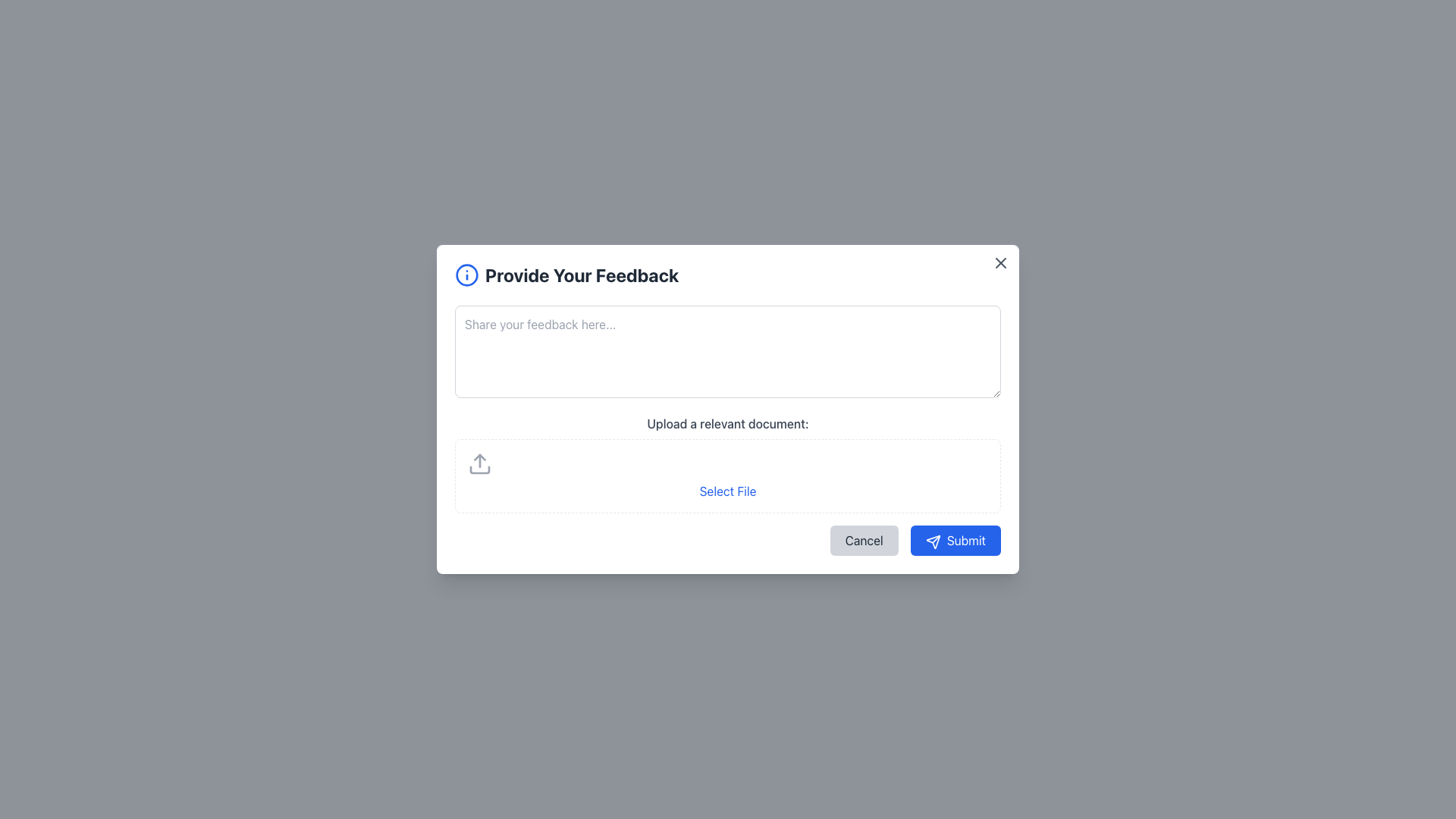 The image size is (1456, 819). Describe the element at coordinates (935, 538) in the screenshot. I see `the second line component of the SVG graphic that is part of the 'Submit' button` at that location.